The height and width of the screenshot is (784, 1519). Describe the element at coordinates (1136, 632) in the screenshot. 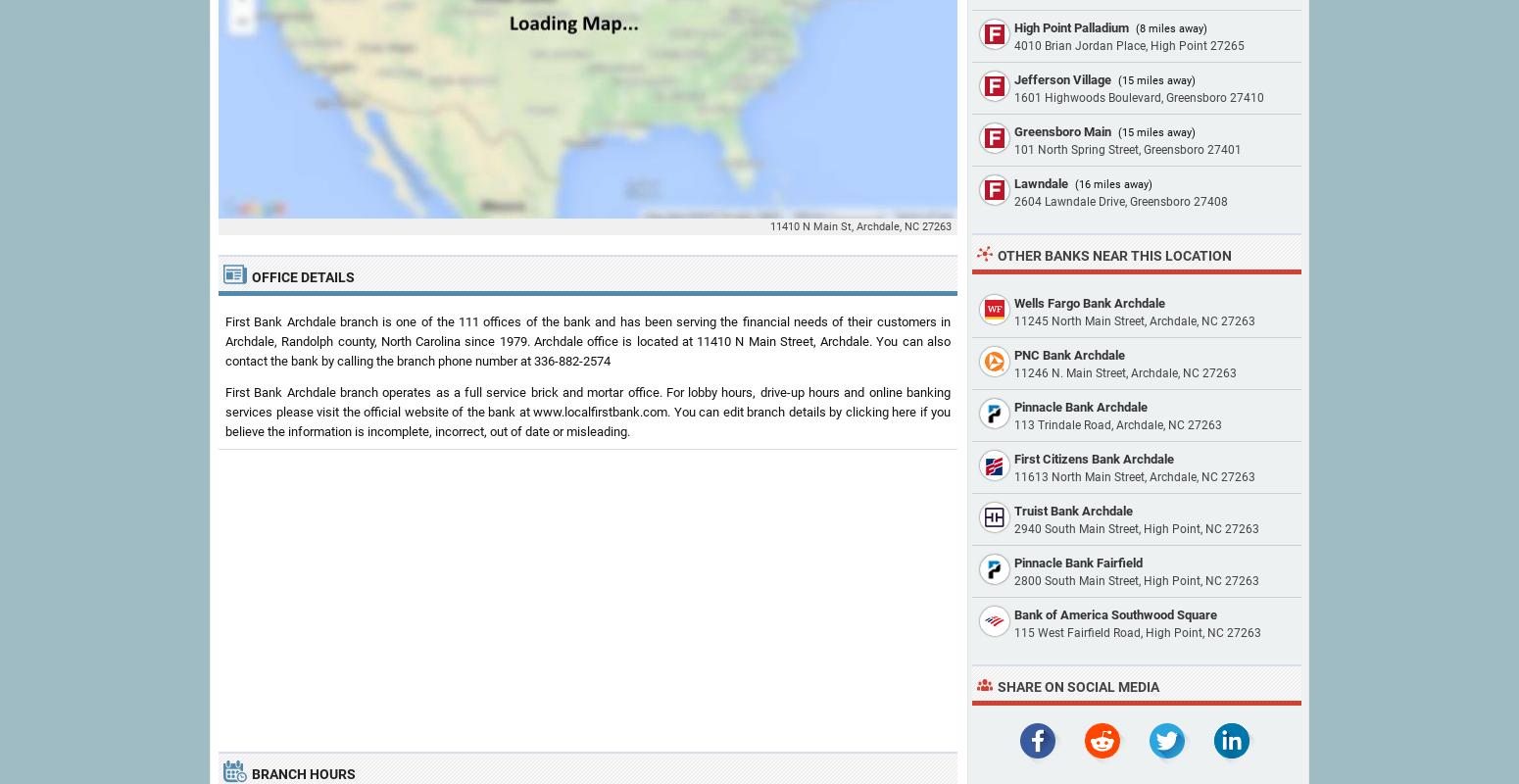

I see `'115 West Fairfield Road, High Point, NC 27263'` at that location.